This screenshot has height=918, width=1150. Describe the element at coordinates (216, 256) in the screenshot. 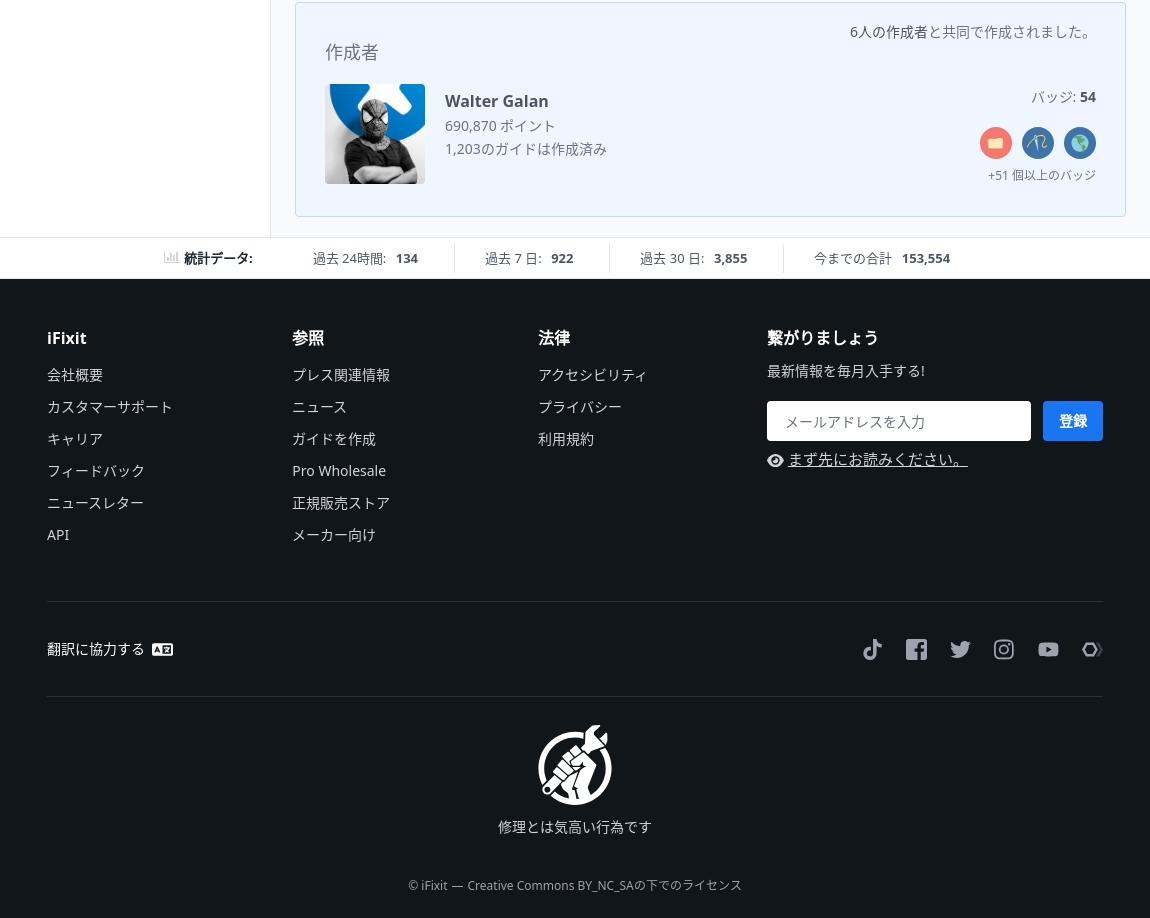

I see `'統計データ:'` at that location.